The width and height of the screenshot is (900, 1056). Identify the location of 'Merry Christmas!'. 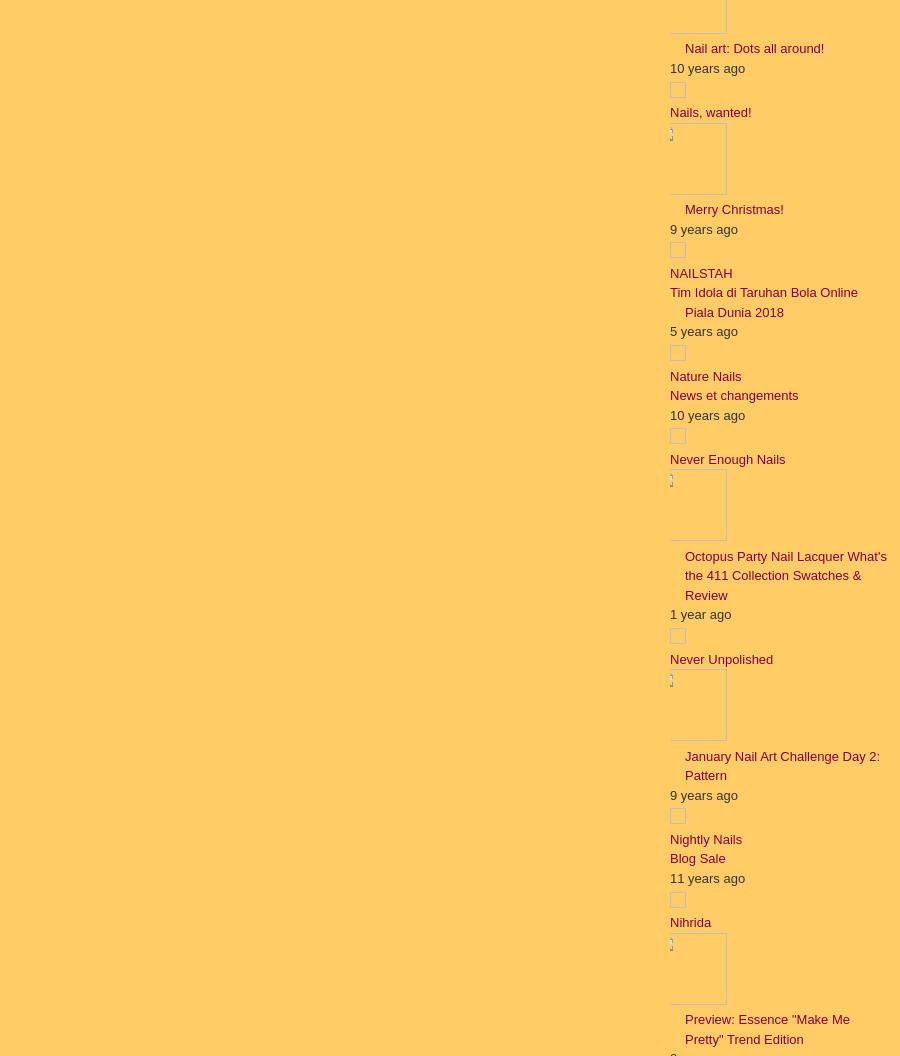
(733, 208).